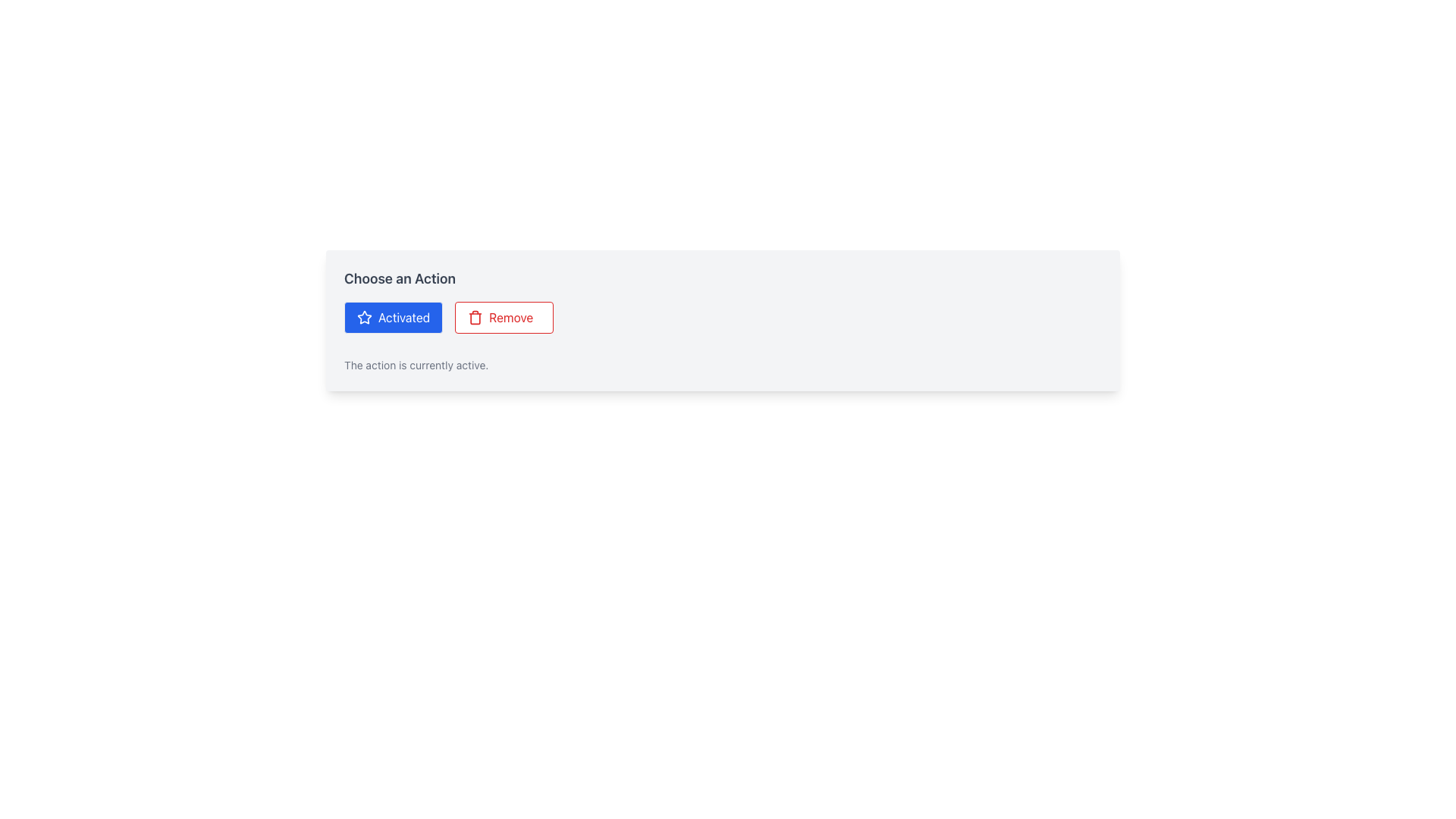 The image size is (1456, 819). Describe the element at coordinates (400, 278) in the screenshot. I see `the 'Choose an Action' label, which is a bold, larger, sans-serif font in grey color, positioned at the top of its light-grey panel` at that location.